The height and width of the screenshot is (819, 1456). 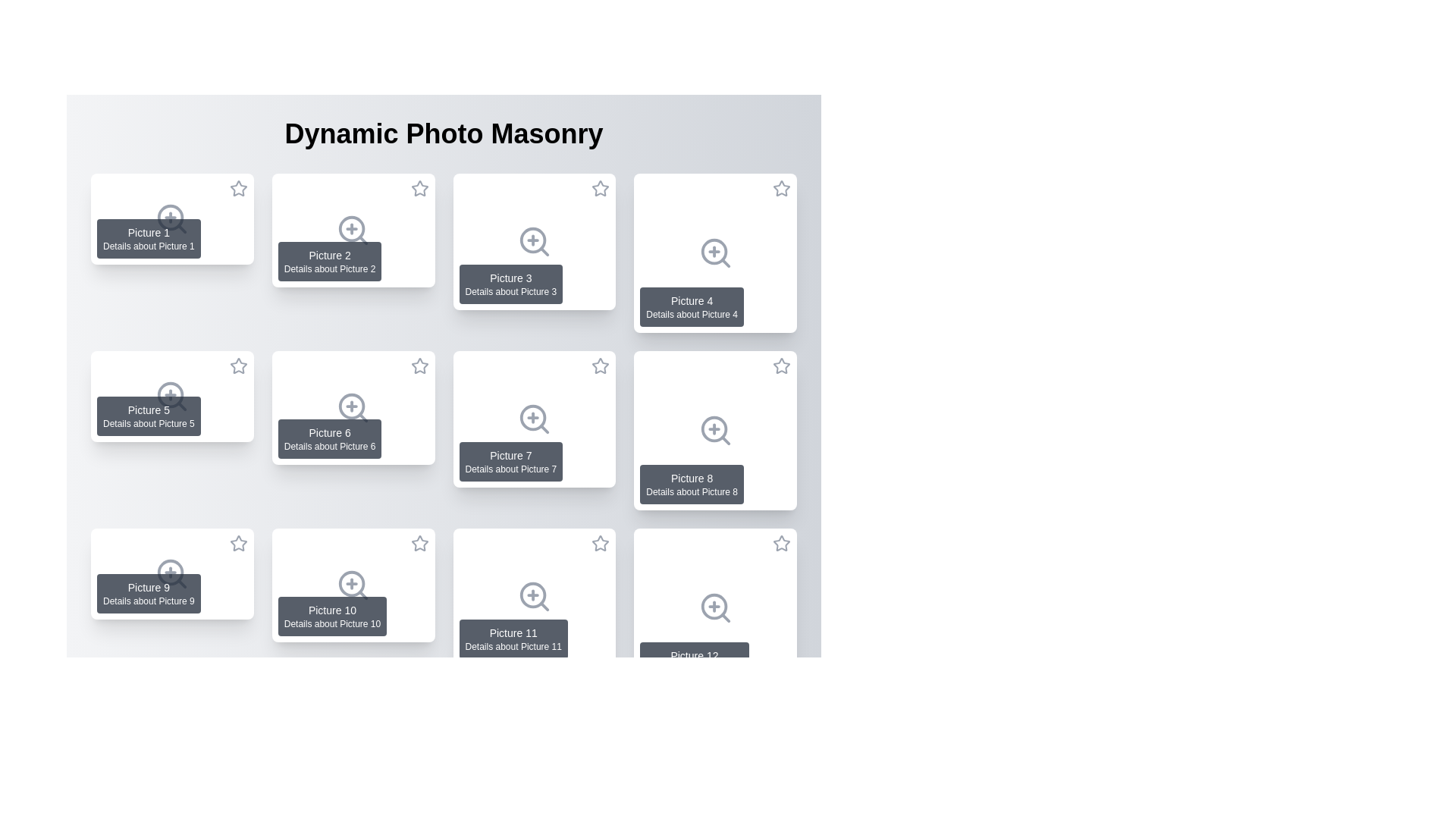 What do you see at coordinates (237, 369) in the screenshot?
I see `the star icon button located in the top-right corner of the card displaying details about 'Picture 5' to mark or unmark it as favorite` at bounding box center [237, 369].